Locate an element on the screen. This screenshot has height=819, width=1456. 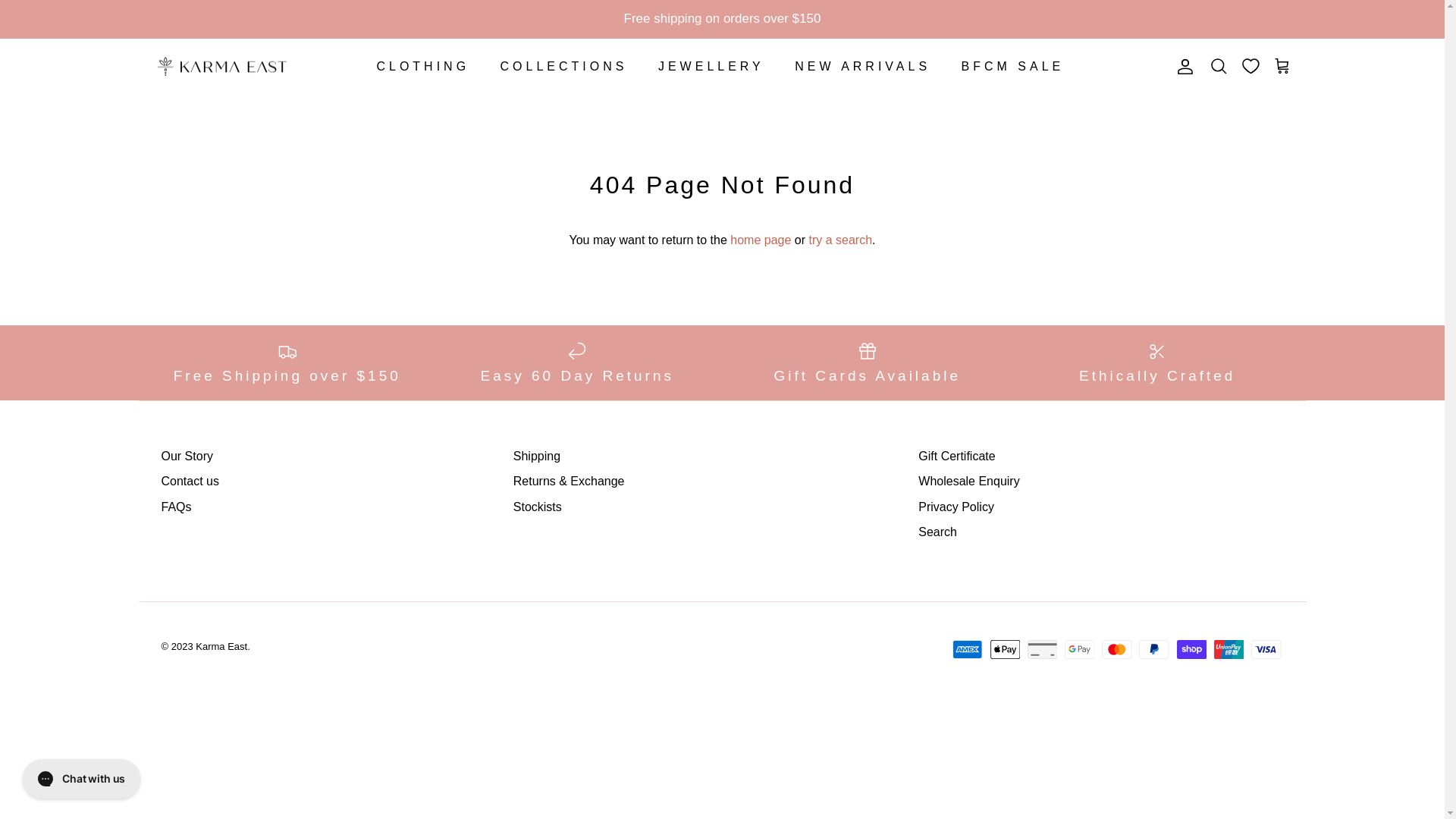
'Cart' is located at coordinates (1281, 66).